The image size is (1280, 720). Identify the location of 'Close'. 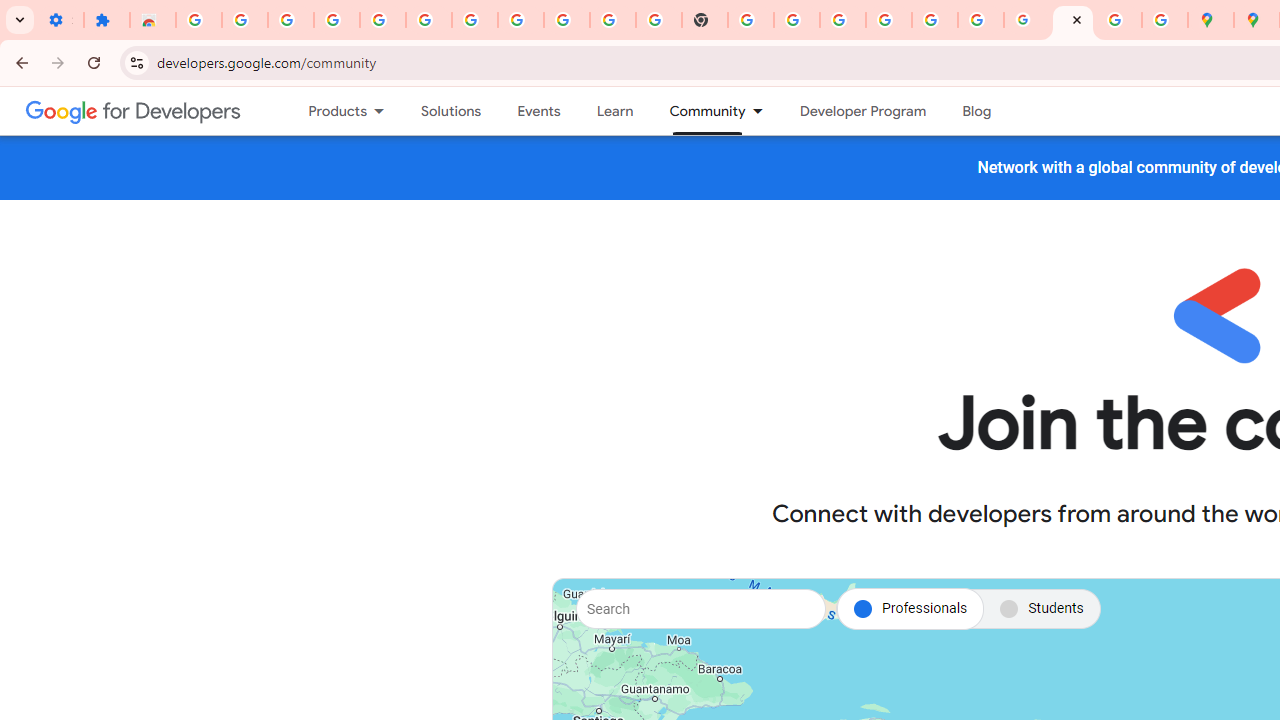
(1075, 19).